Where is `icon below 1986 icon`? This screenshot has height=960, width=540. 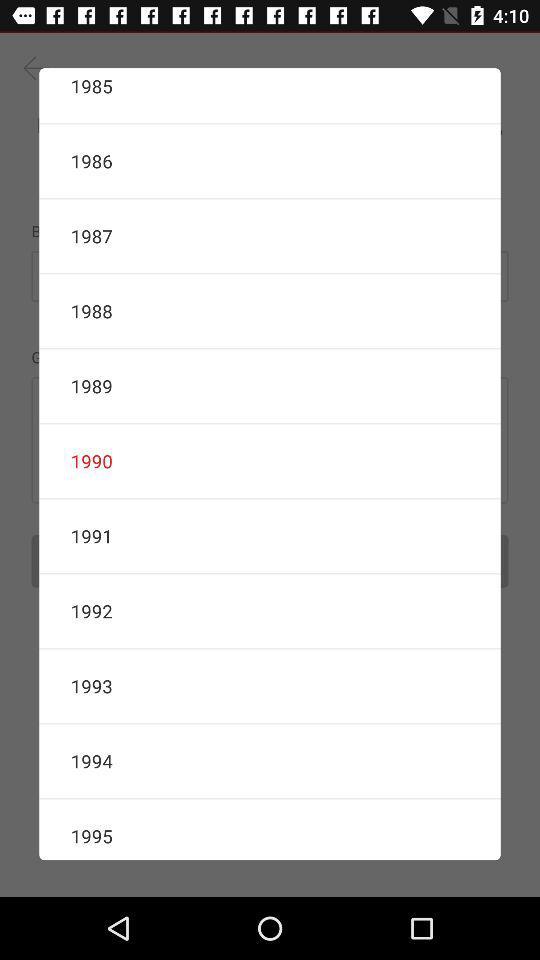
icon below 1986 icon is located at coordinates (270, 236).